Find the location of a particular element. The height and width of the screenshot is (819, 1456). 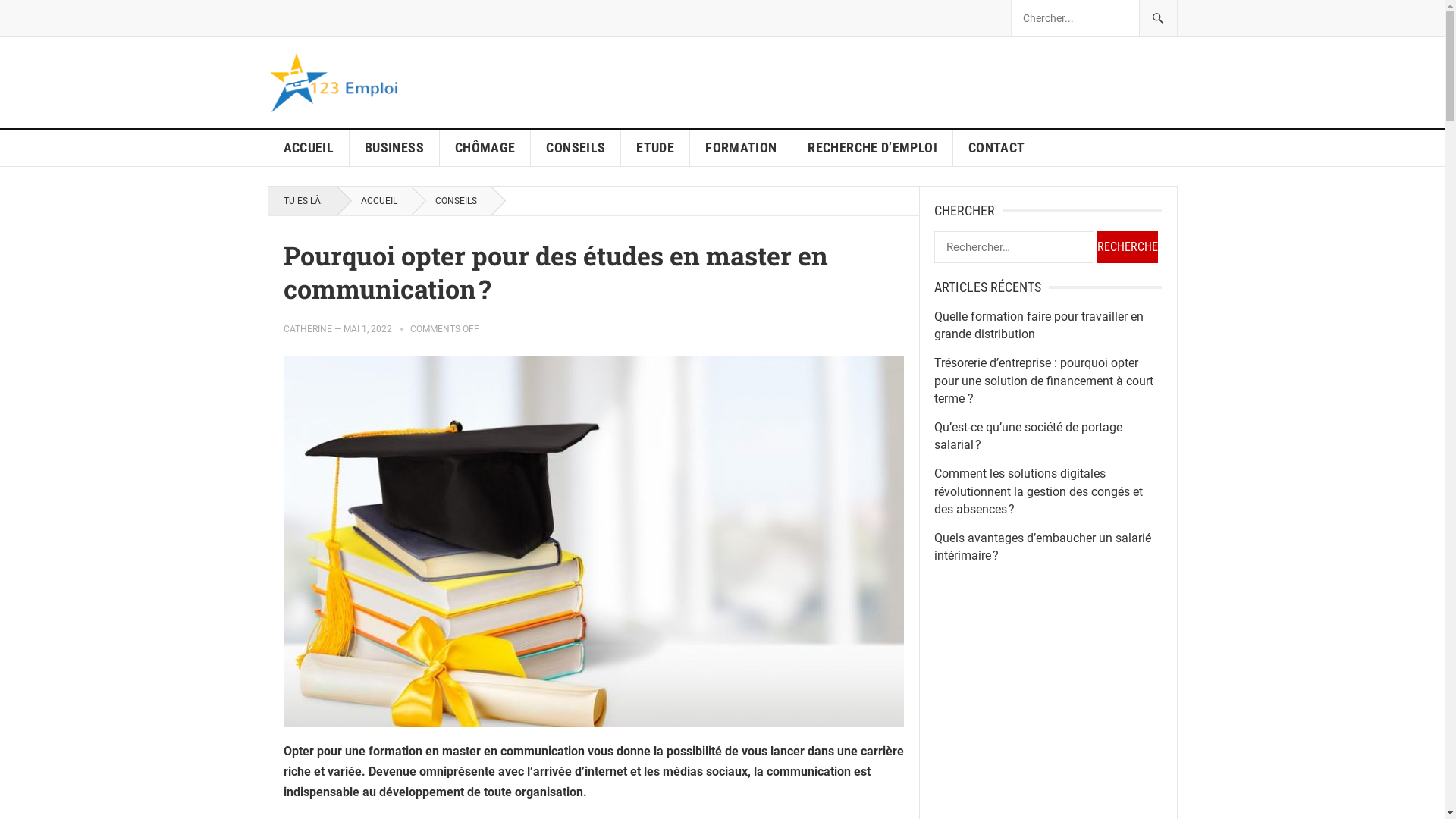

'ACCUEIL' is located at coordinates (309, 148).